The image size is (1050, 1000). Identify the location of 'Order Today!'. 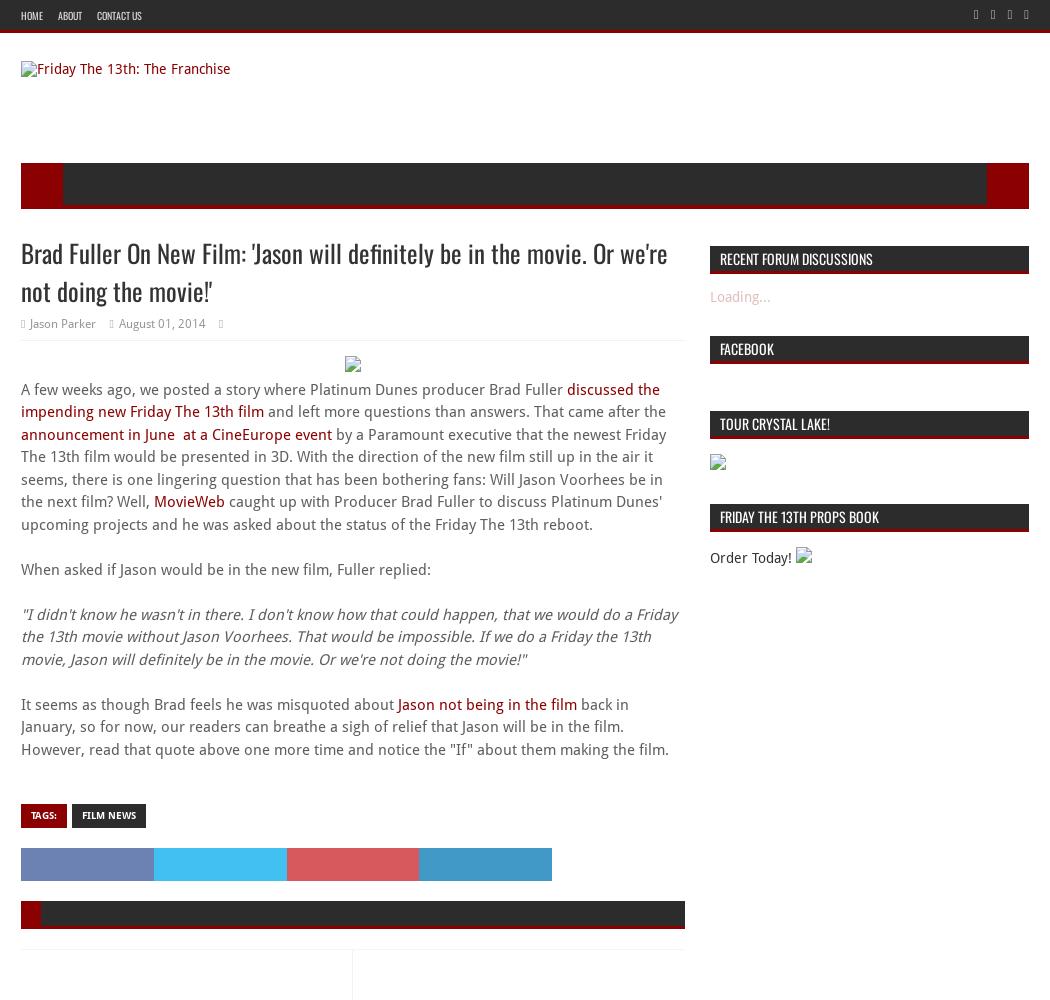
(752, 558).